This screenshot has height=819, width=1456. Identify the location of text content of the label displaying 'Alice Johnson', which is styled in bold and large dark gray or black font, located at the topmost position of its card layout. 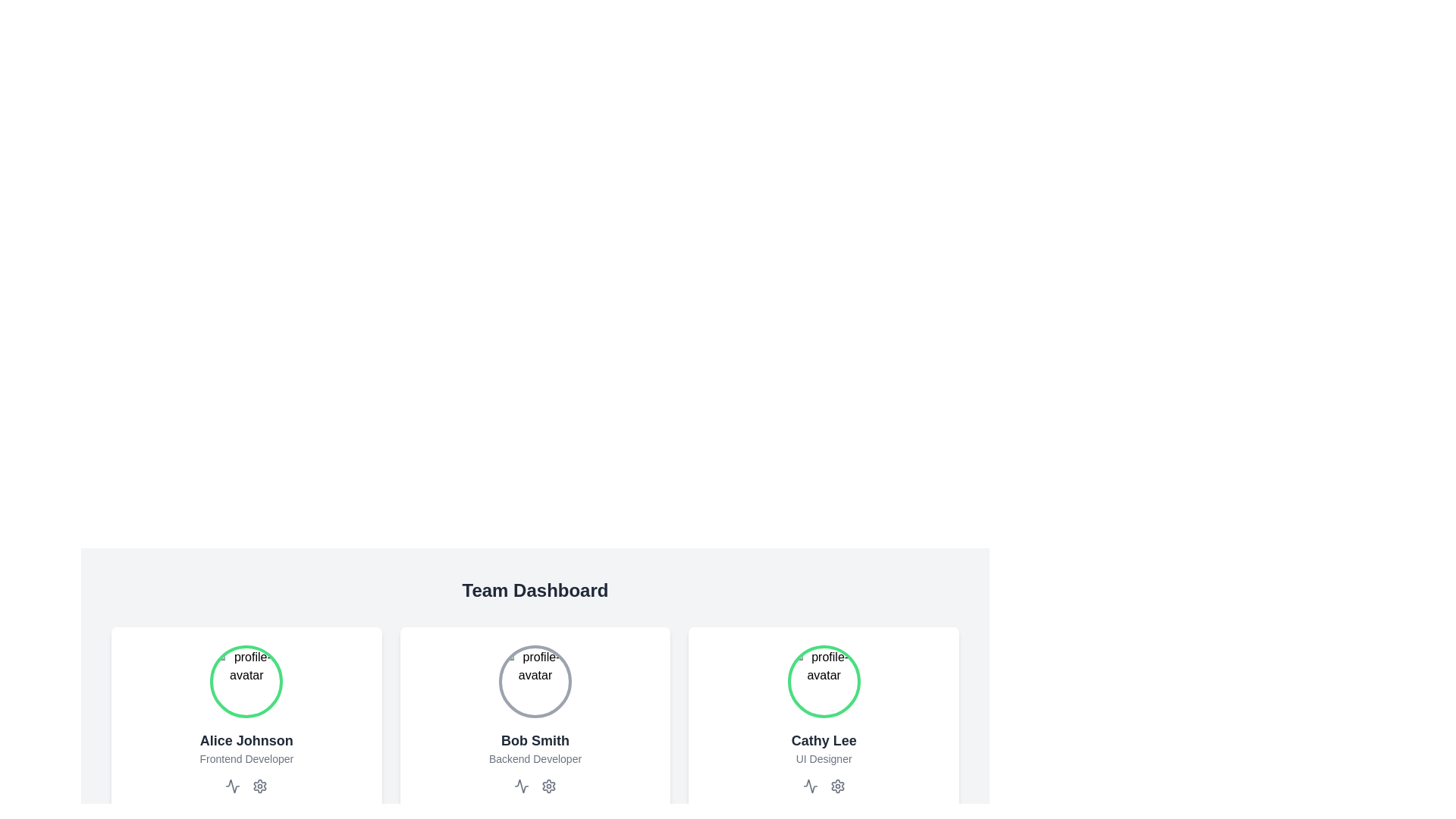
(246, 739).